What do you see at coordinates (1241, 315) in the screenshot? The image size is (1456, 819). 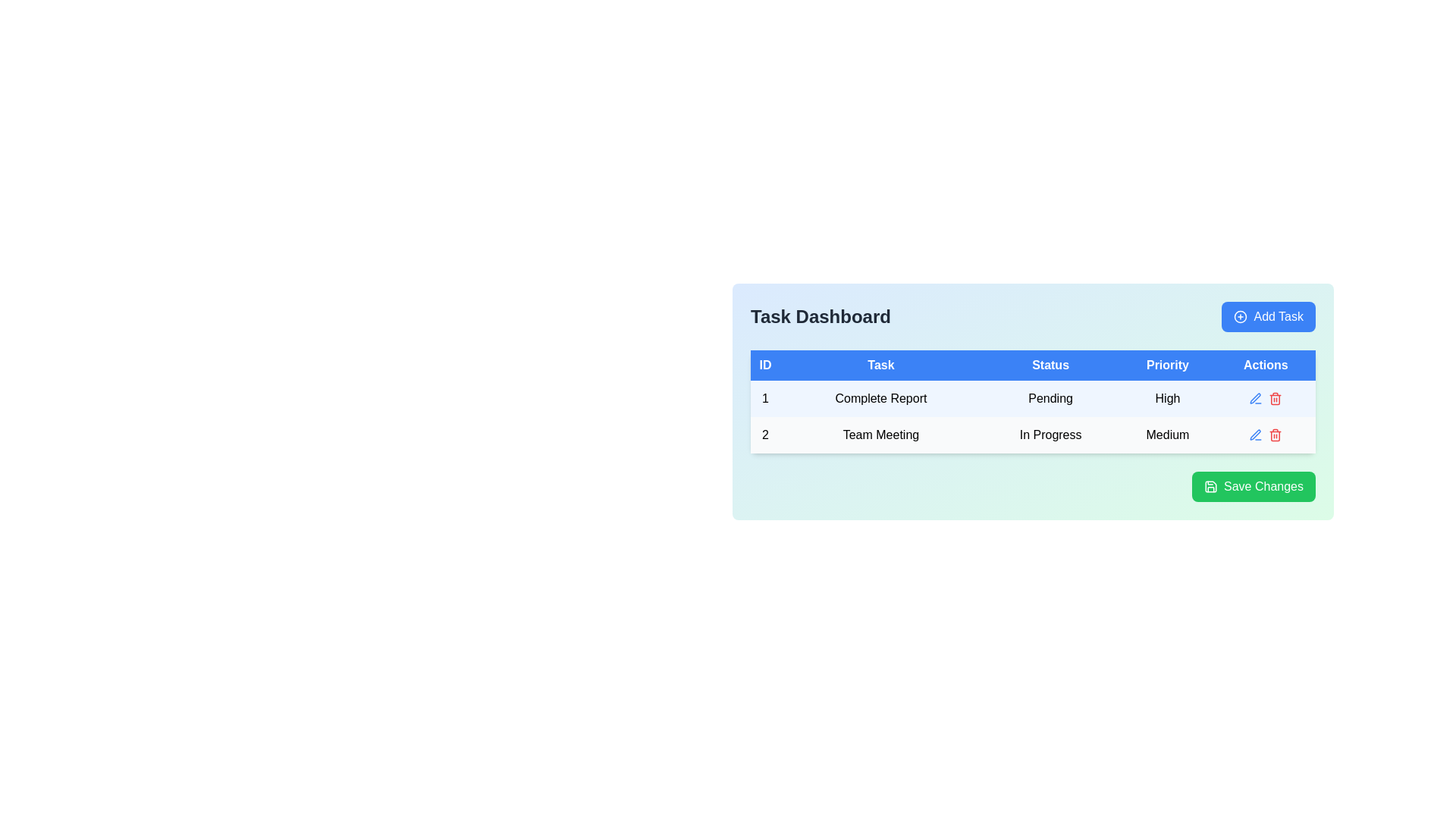 I see `the circular '+' icon with a blue border located to the left of the 'Add Task' button in the task table section` at bounding box center [1241, 315].